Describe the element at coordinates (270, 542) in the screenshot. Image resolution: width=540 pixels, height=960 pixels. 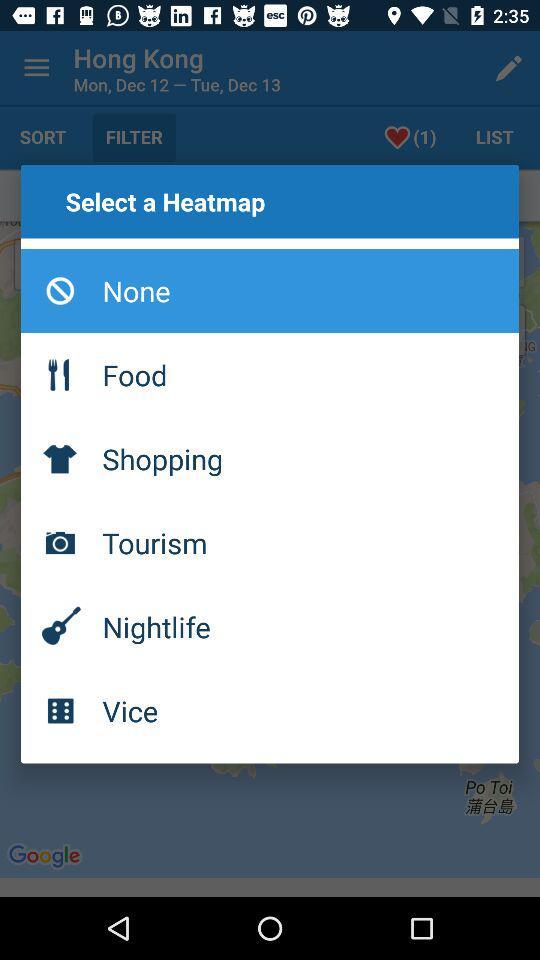
I see `the tourism icon` at that location.